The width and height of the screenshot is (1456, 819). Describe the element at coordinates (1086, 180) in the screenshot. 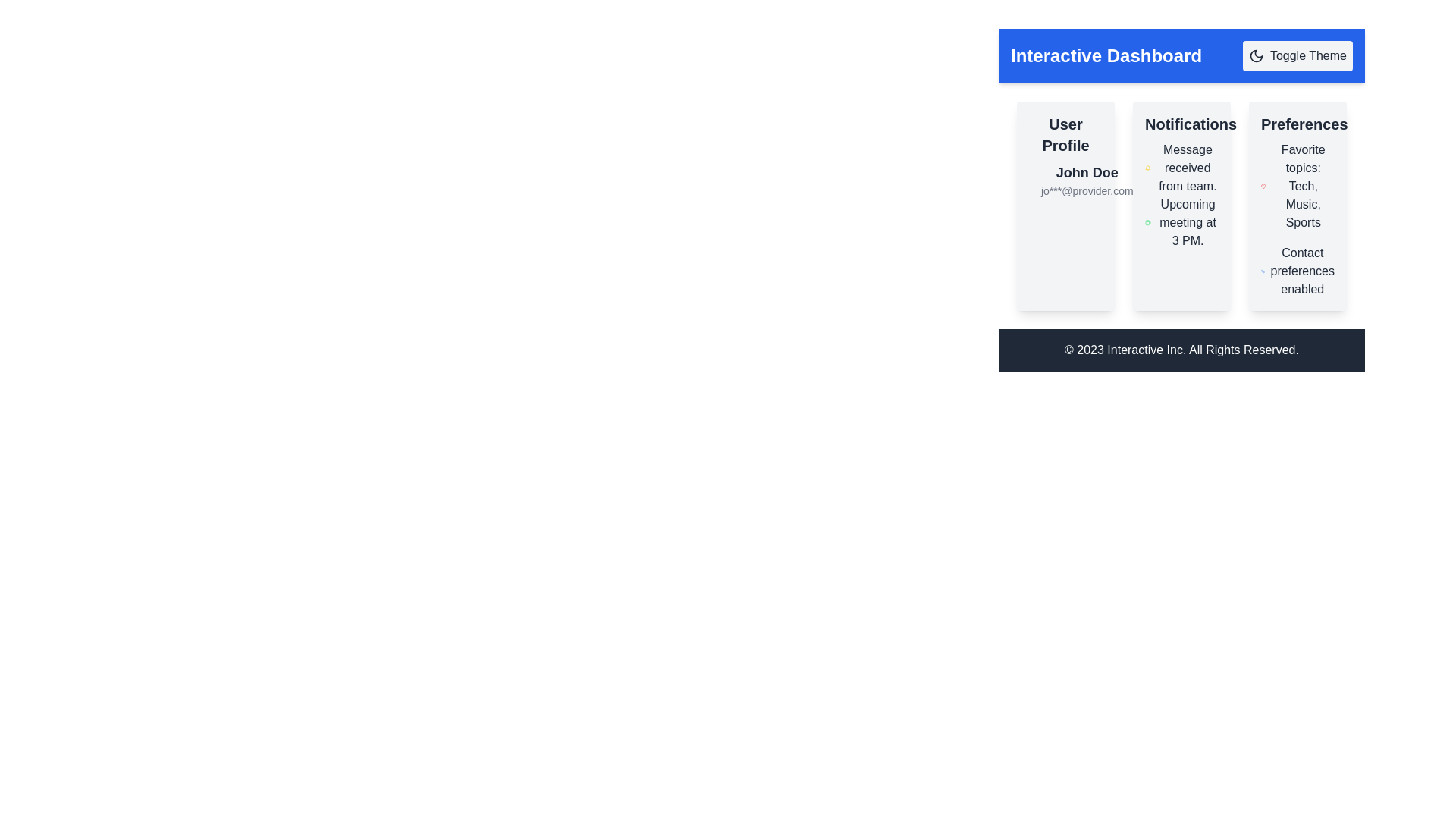

I see `information displayed in the Text Display element located in the User Profile section, which shows the user's name and partially obfuscated email address` at that location.